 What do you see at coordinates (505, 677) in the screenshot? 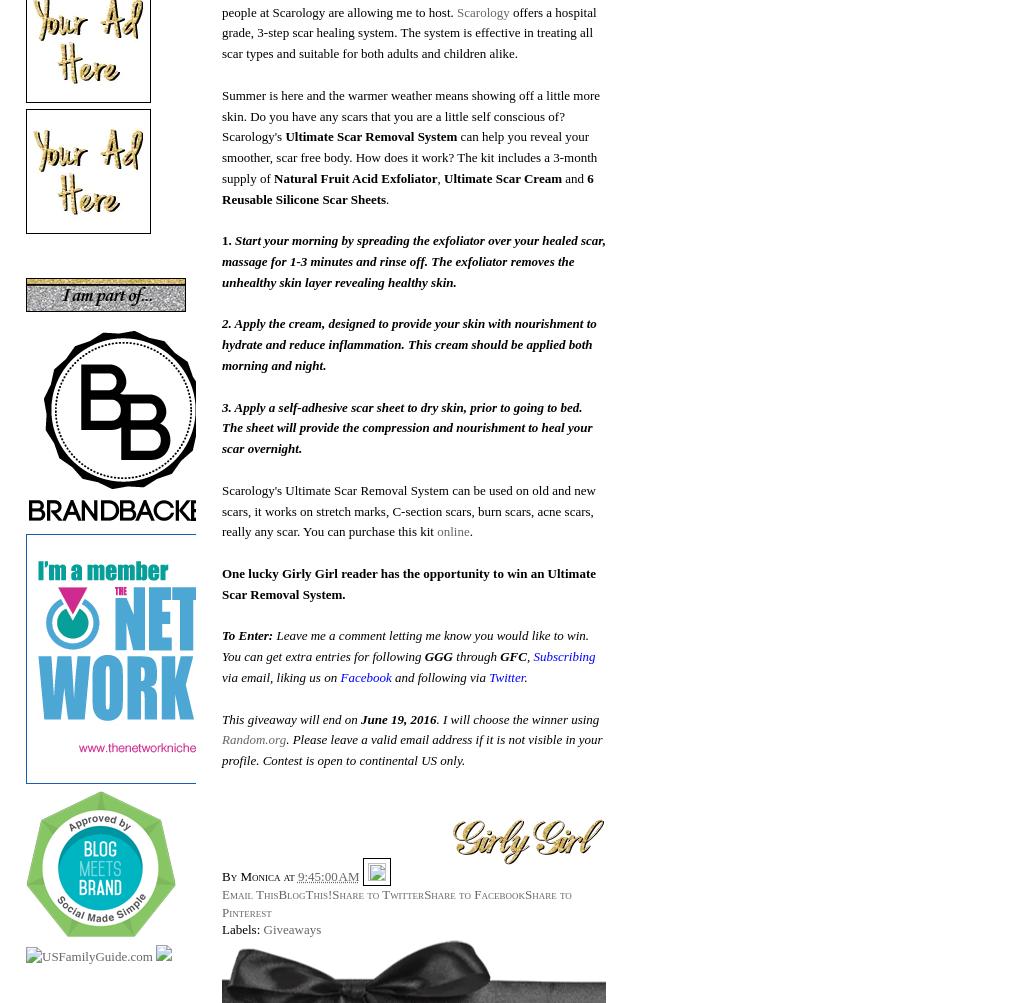
I see `'Twitter'` at bounding box center [505, 677].